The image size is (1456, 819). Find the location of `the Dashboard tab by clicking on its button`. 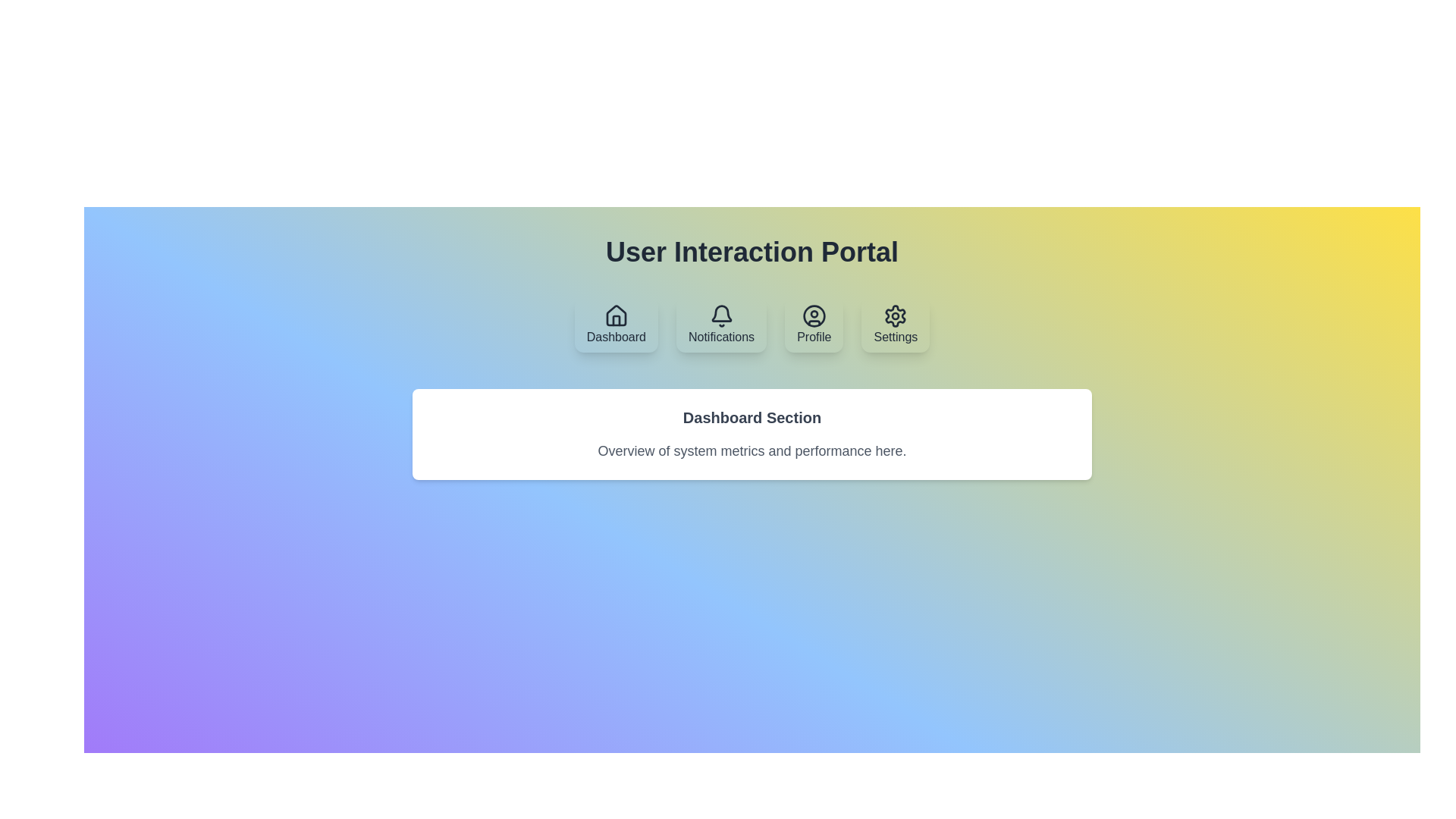

the Dashboard tab by clicking on its button is located at coordinates (616, 324).